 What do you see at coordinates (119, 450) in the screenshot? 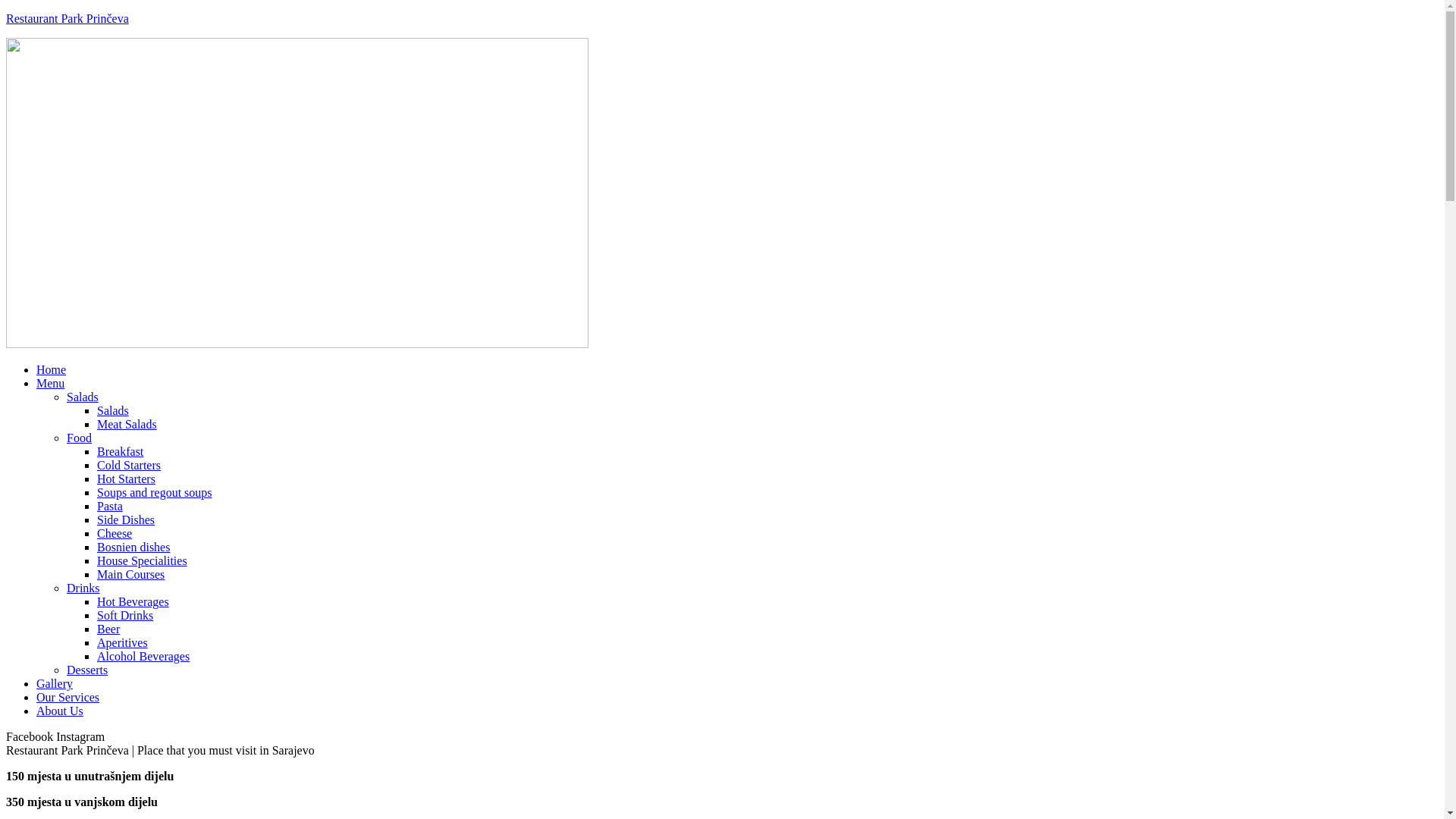
I see `'Breakfast'` at bounding box center [119, 450].